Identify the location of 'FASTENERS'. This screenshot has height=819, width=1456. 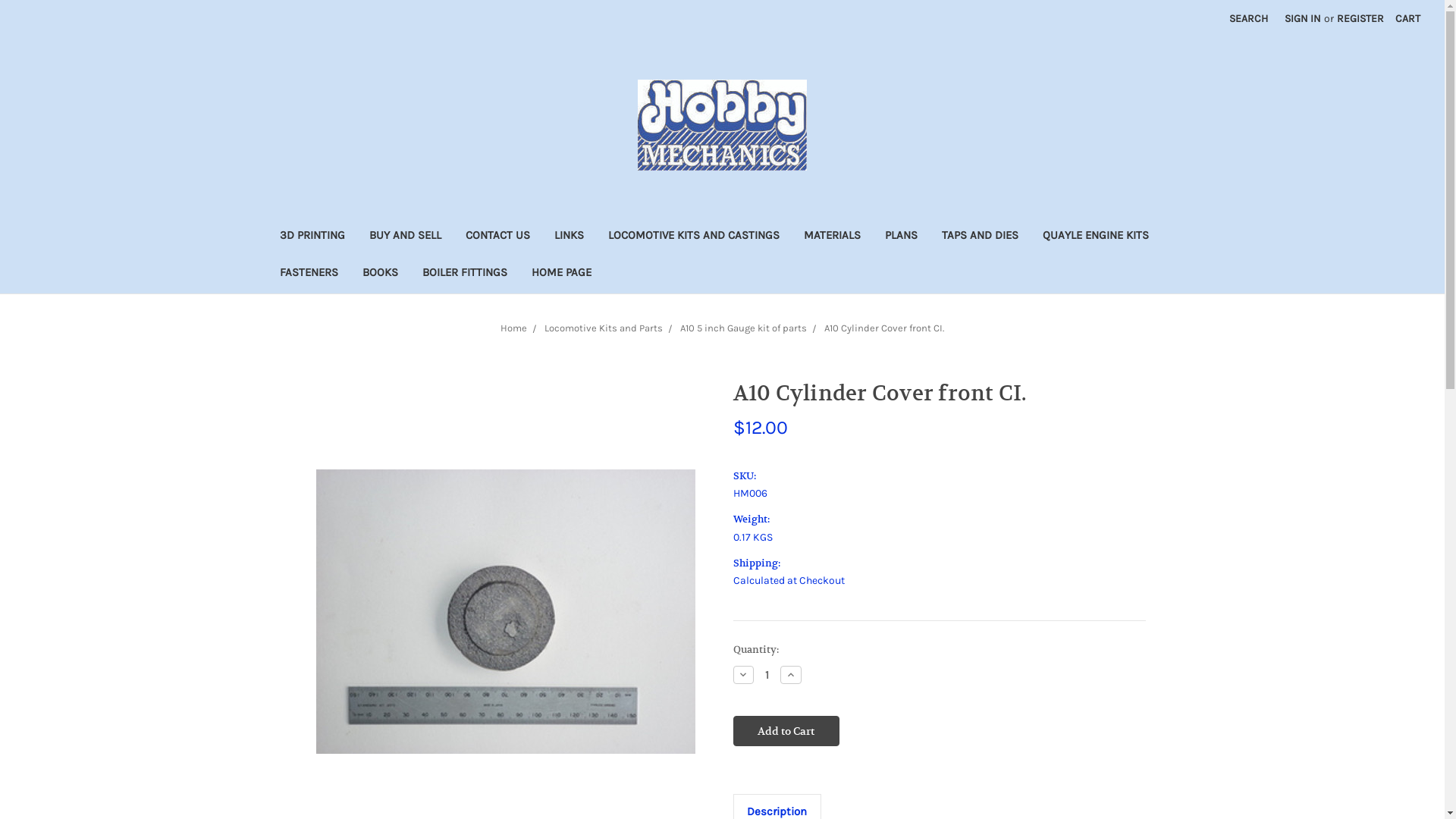
(307, 274).